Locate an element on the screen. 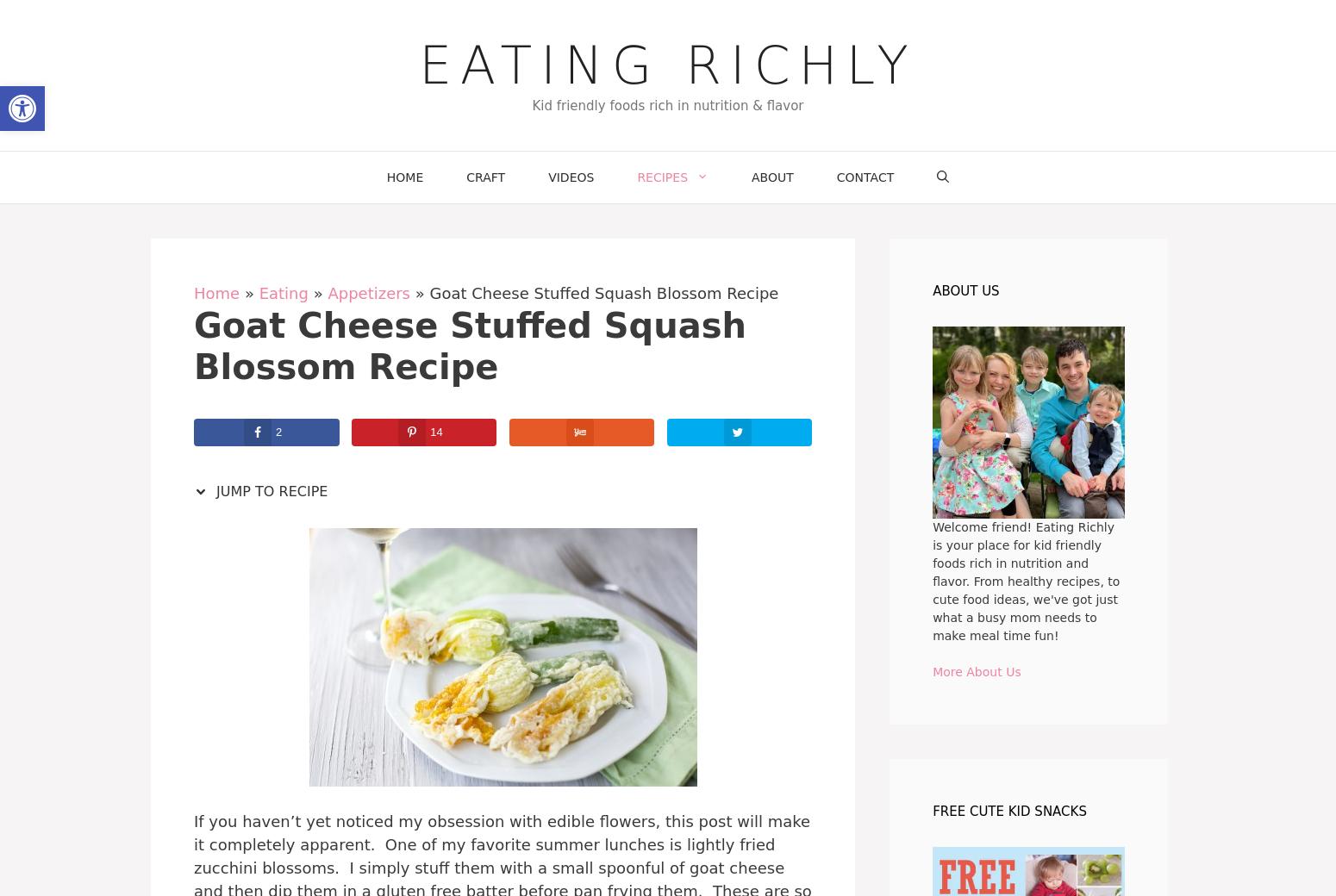  '2' is located at coordinates (278, 431).